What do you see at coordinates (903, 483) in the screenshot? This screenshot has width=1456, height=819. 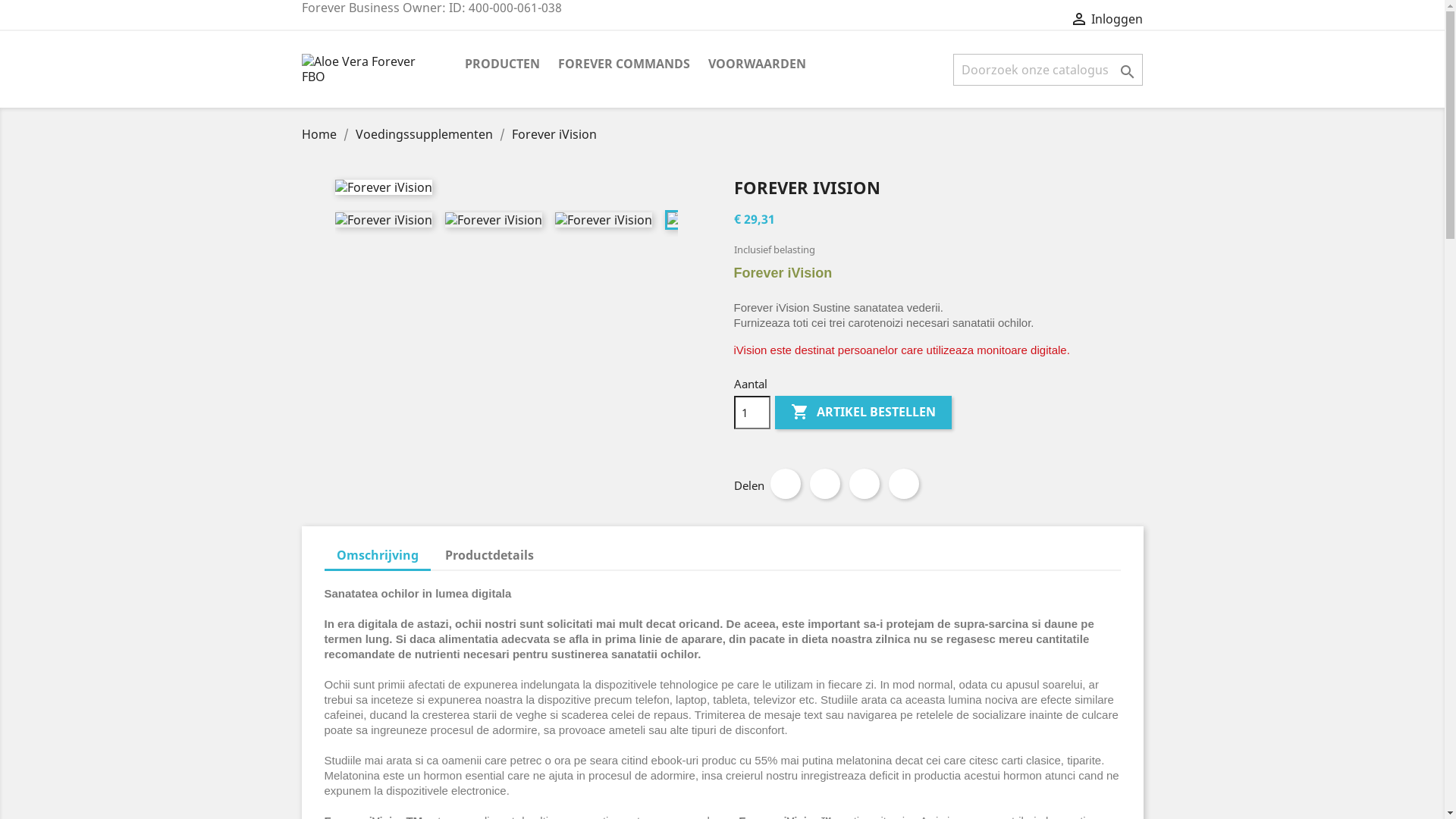 I see `'Pinterest'` at bounding box center [903, 483].